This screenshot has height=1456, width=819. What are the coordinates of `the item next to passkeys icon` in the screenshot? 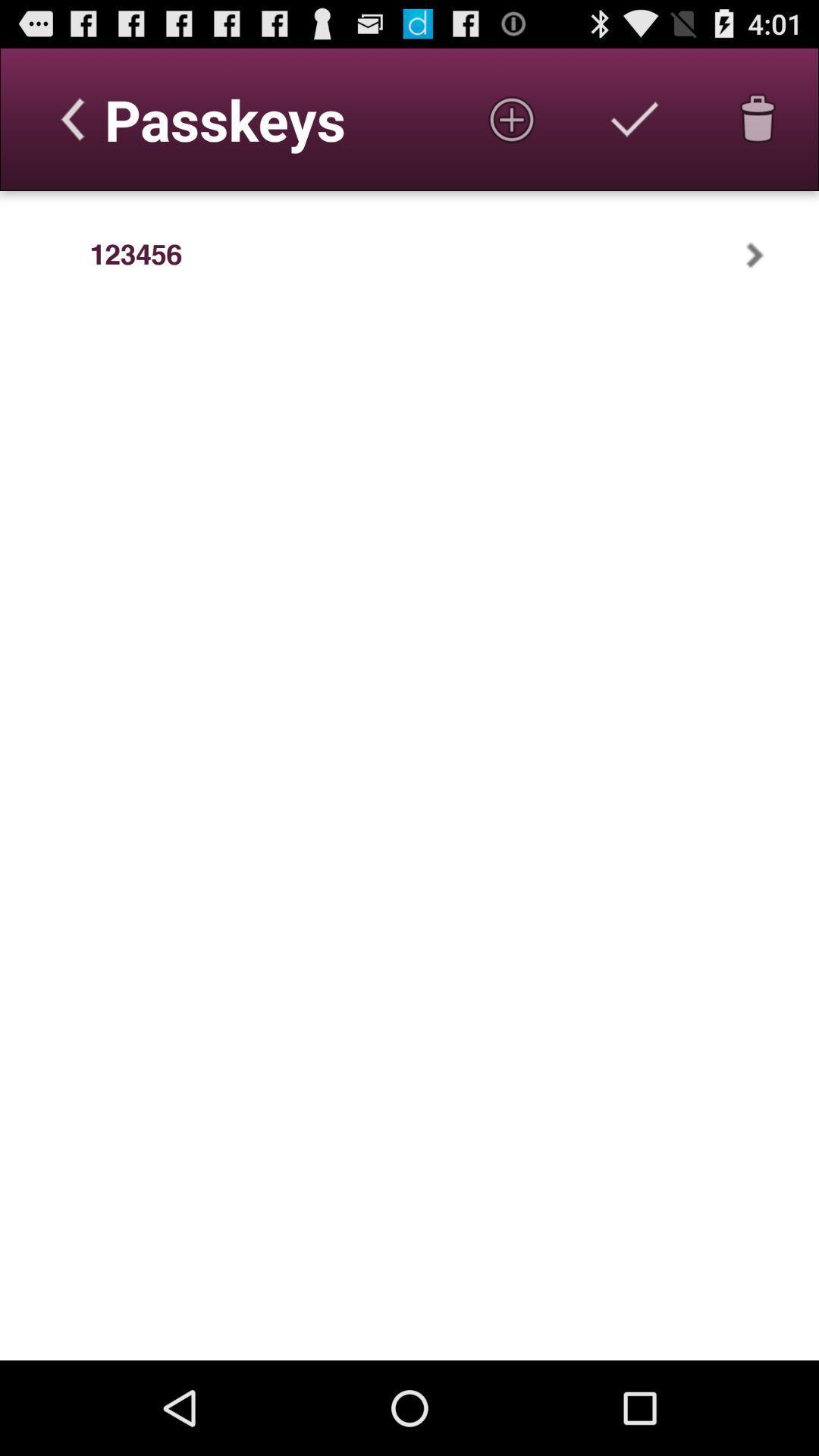 It's located at (512, 118).